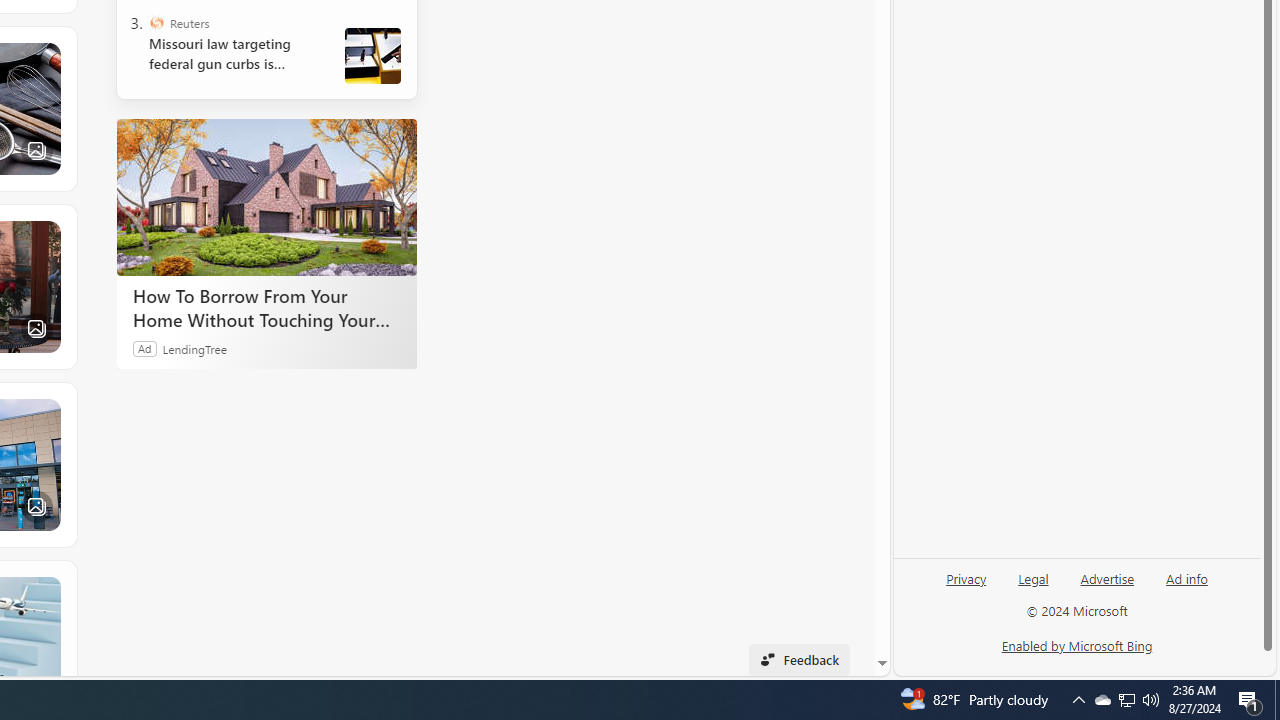 The width and height of the screenshot is (1280, 720). I want to click on 'Legal', so click(1033, 577).